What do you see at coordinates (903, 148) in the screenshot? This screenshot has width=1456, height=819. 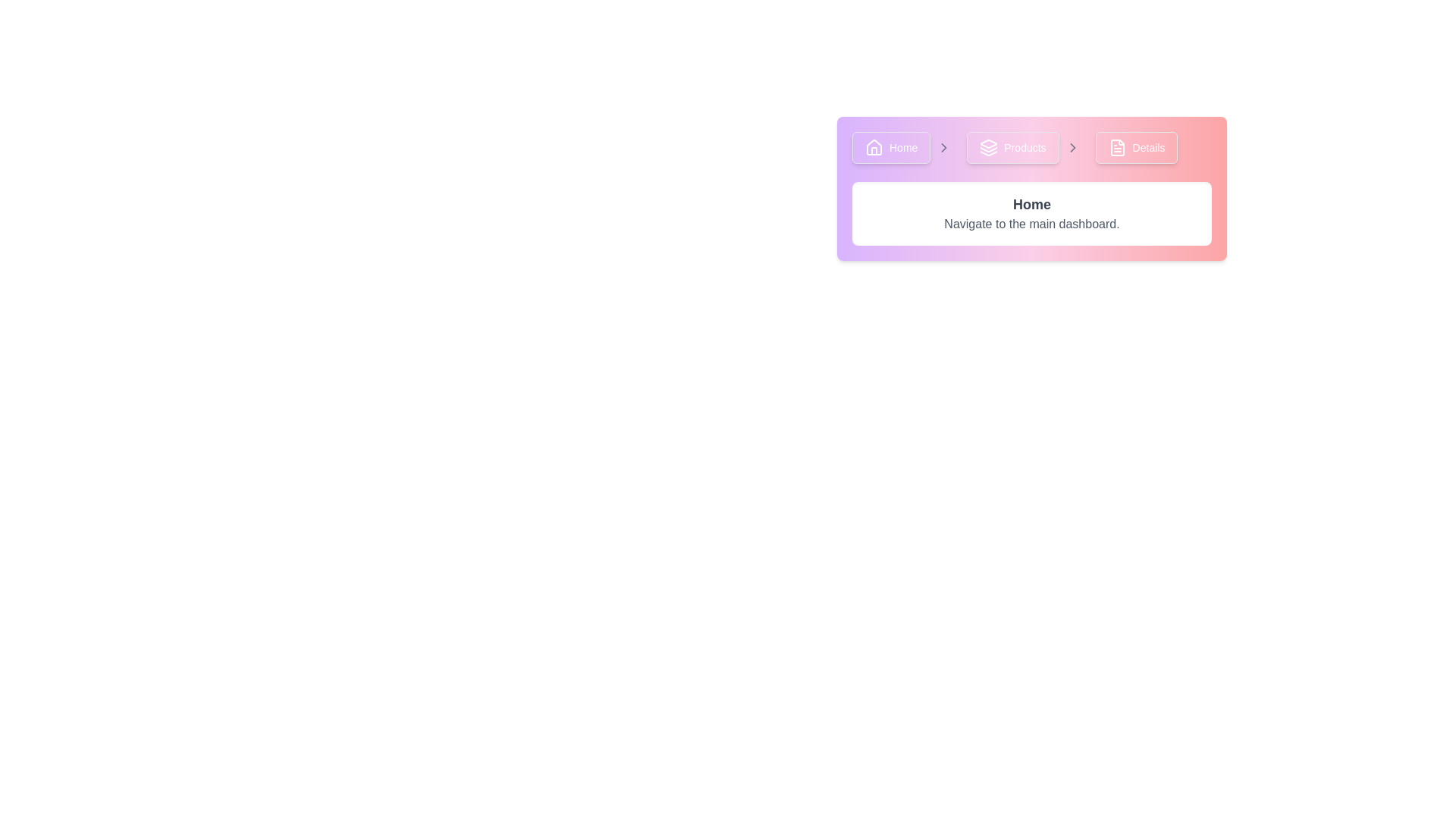 I see `textual label 'Home' located in the navigation bar with a gradient purple-pink background, positioned next to a house-shaped icon` at bounding box center [903, 148].